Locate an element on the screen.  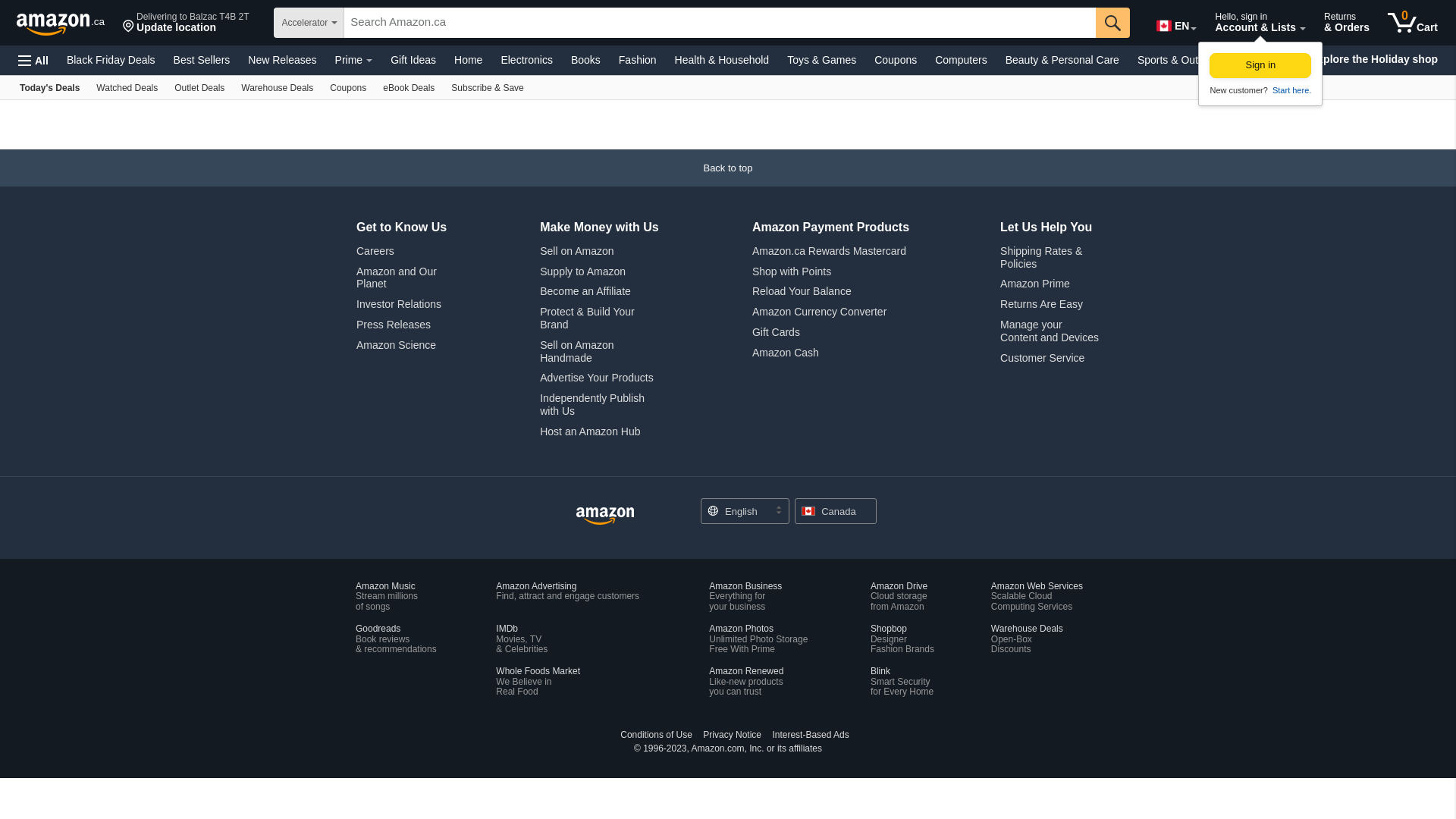
'0 is located at coordinates (1380, 23).